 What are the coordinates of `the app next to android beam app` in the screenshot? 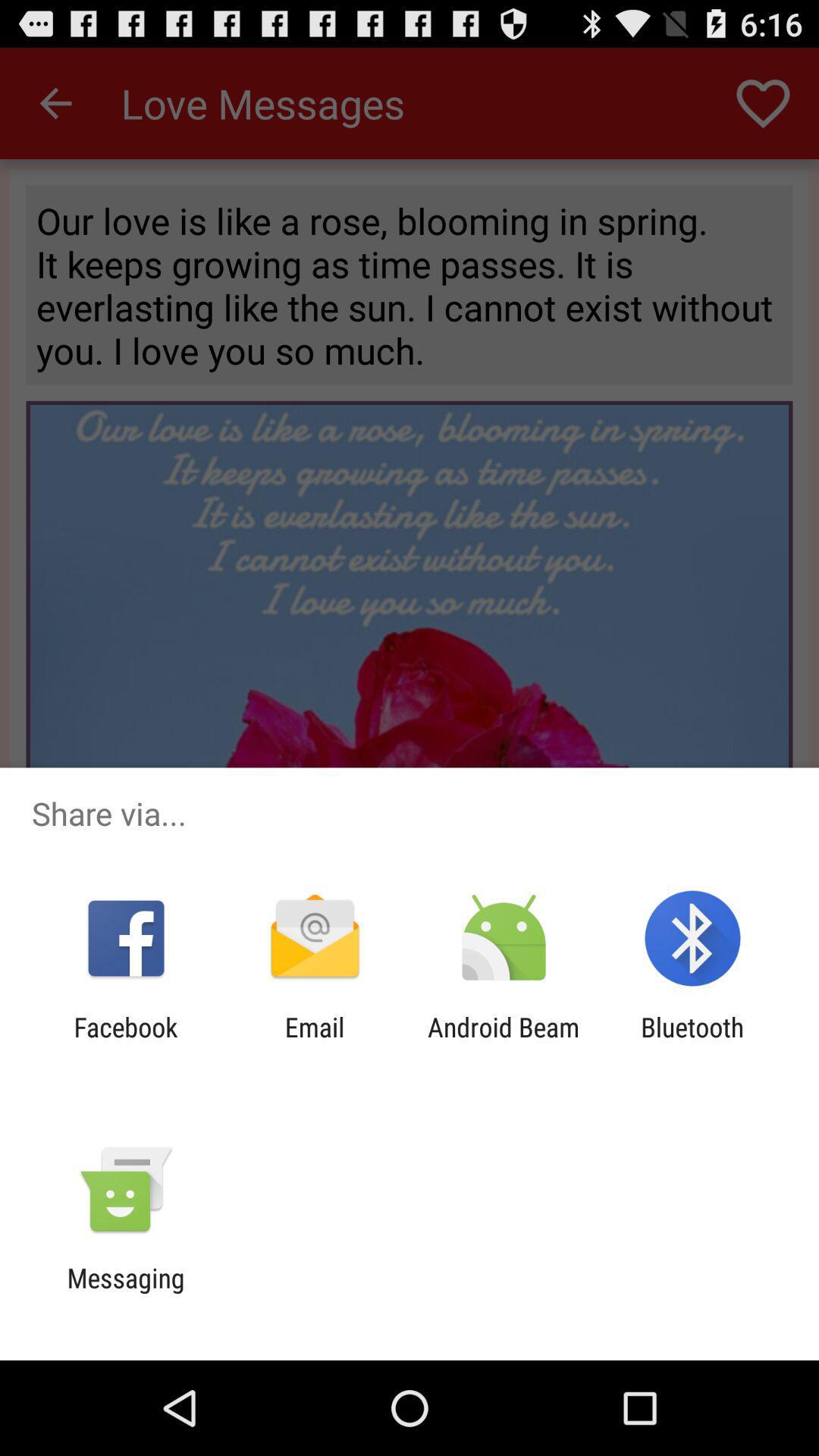 It's located at (314, 1042).